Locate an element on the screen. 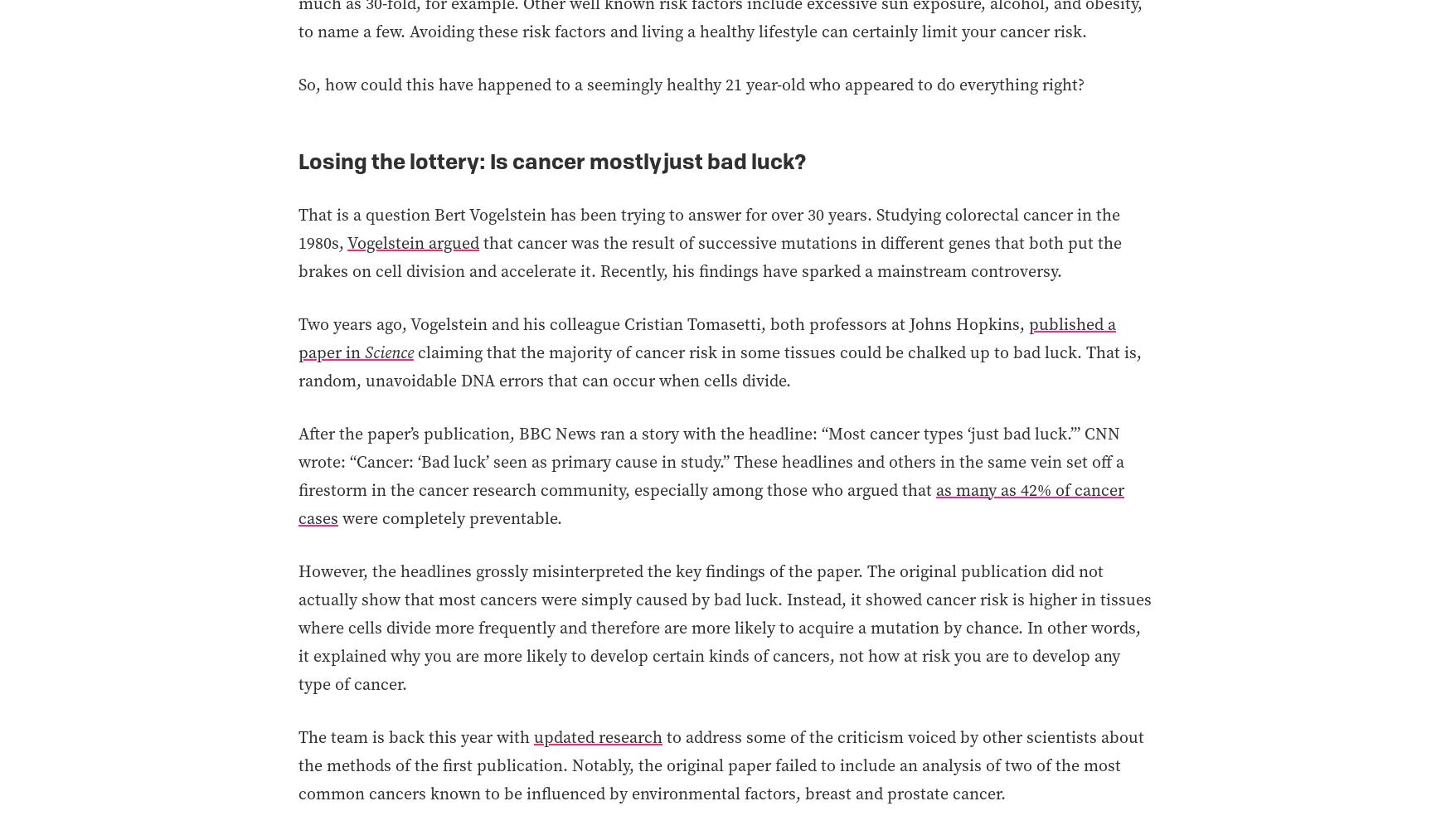 The image size is (1451, 840). 'to address some of the criticism voiced by other scientists about the methods of the first publication. Notably, the original paper failed to include an analysis of two of the most common cancers known to be influenced by environmental factors, breast and prostate cancer.' is located at coordinates (721, 765).